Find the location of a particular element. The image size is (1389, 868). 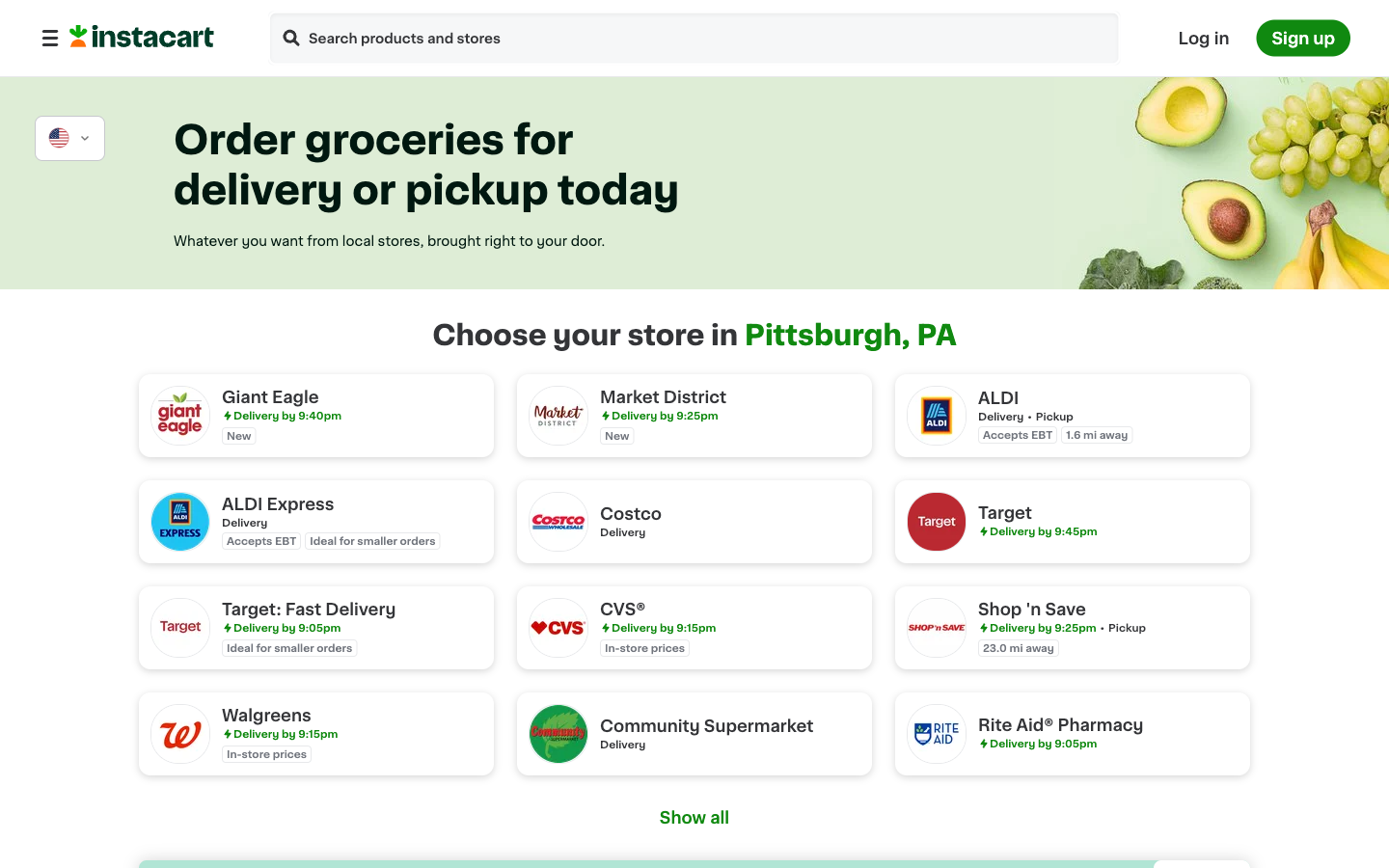

Enable expedited shipping from Target Store is located at coordinates (316, 627).